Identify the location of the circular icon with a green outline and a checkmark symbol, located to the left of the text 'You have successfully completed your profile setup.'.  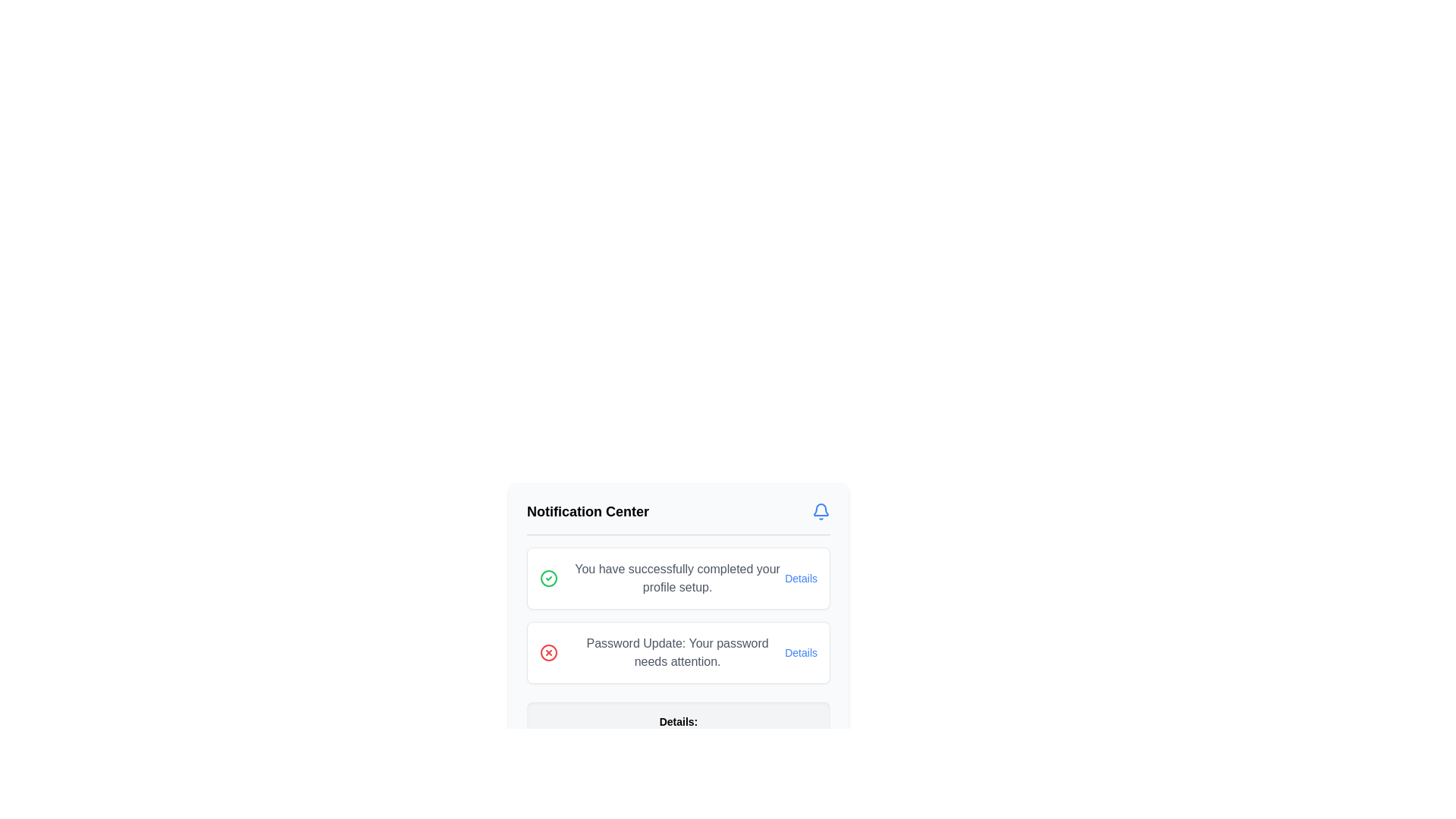
(548, 579).